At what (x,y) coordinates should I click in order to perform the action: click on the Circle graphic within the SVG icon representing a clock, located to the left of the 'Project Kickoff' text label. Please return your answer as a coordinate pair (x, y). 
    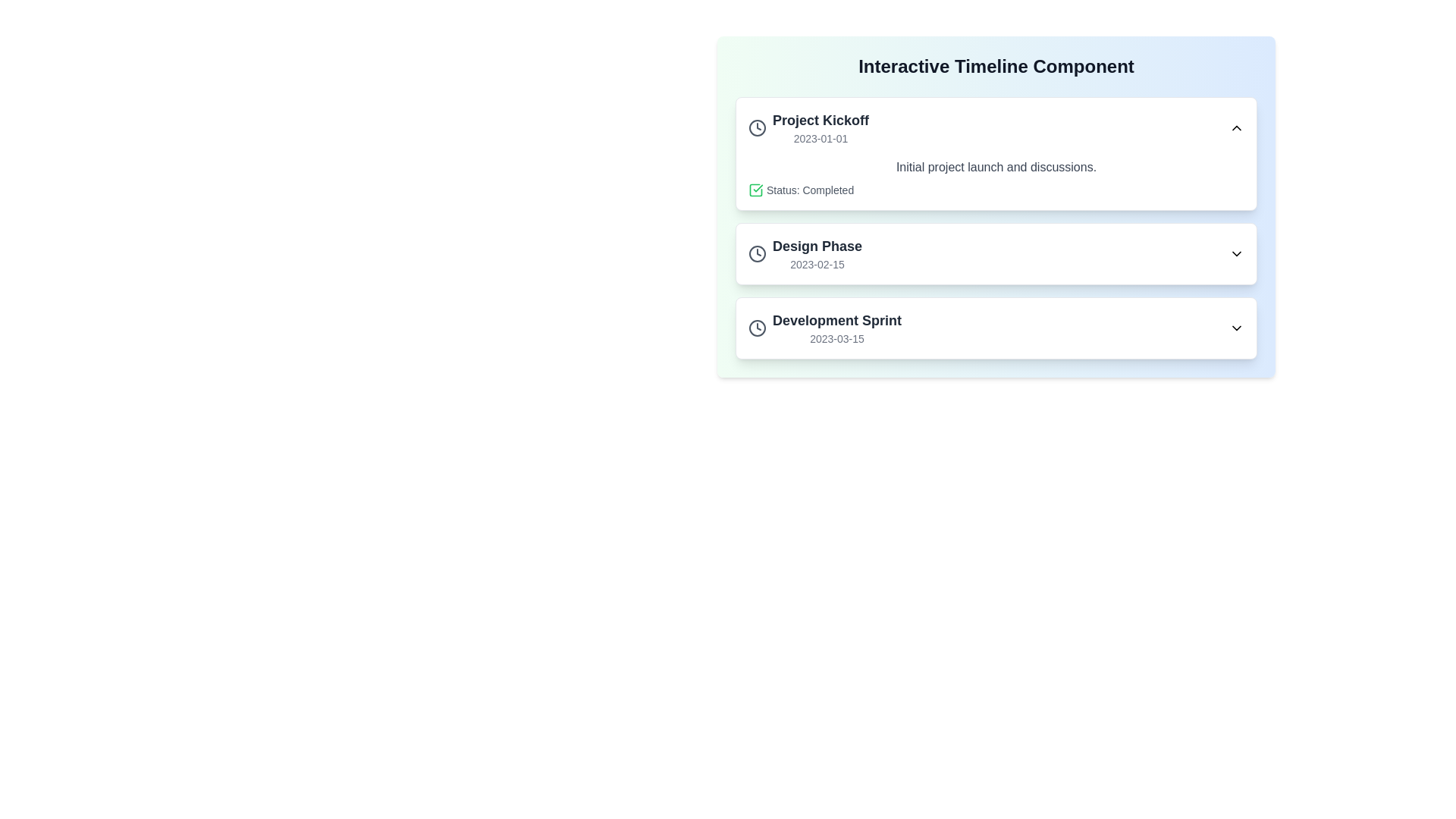
    Looking at the image, I should click on (757, 327).